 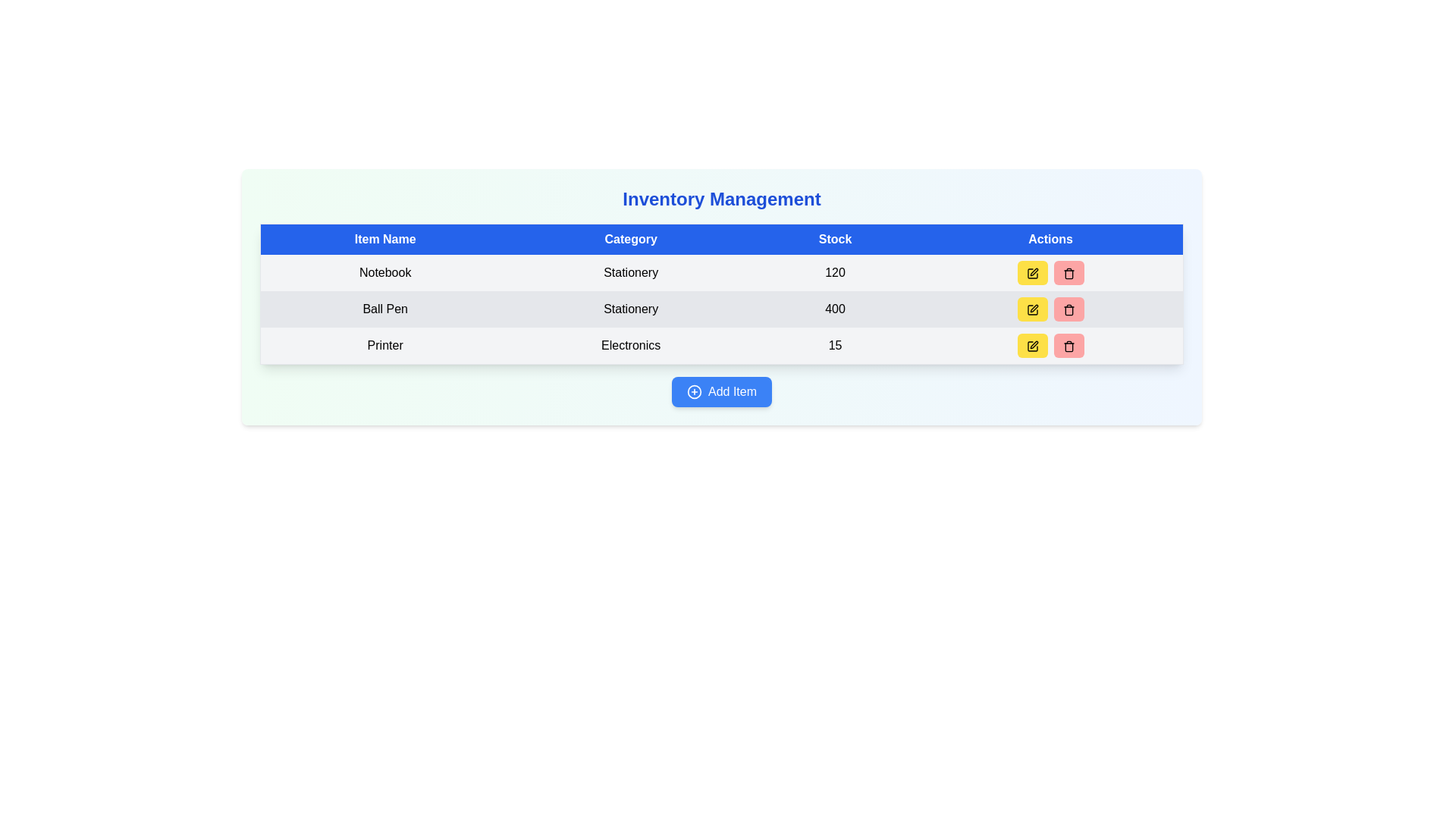 I want to click on the trash bin icon button located in the third row of the table under the 'Actions' column to possibly see a tooltip, so click(x=1068, y=309).